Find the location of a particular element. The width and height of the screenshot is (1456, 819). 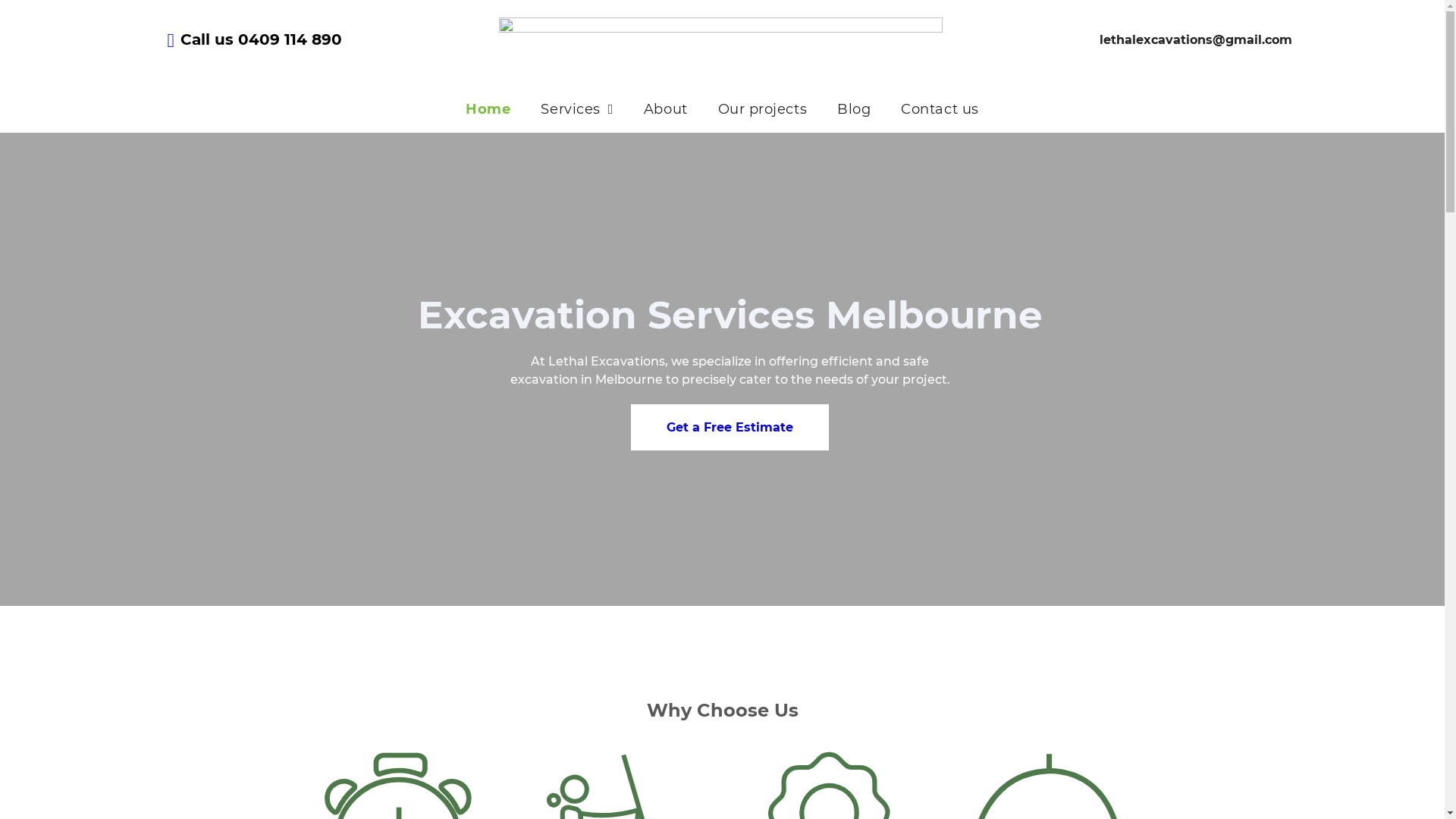

'xcavation Services Melbourne' is located at coordinates (442, 314).